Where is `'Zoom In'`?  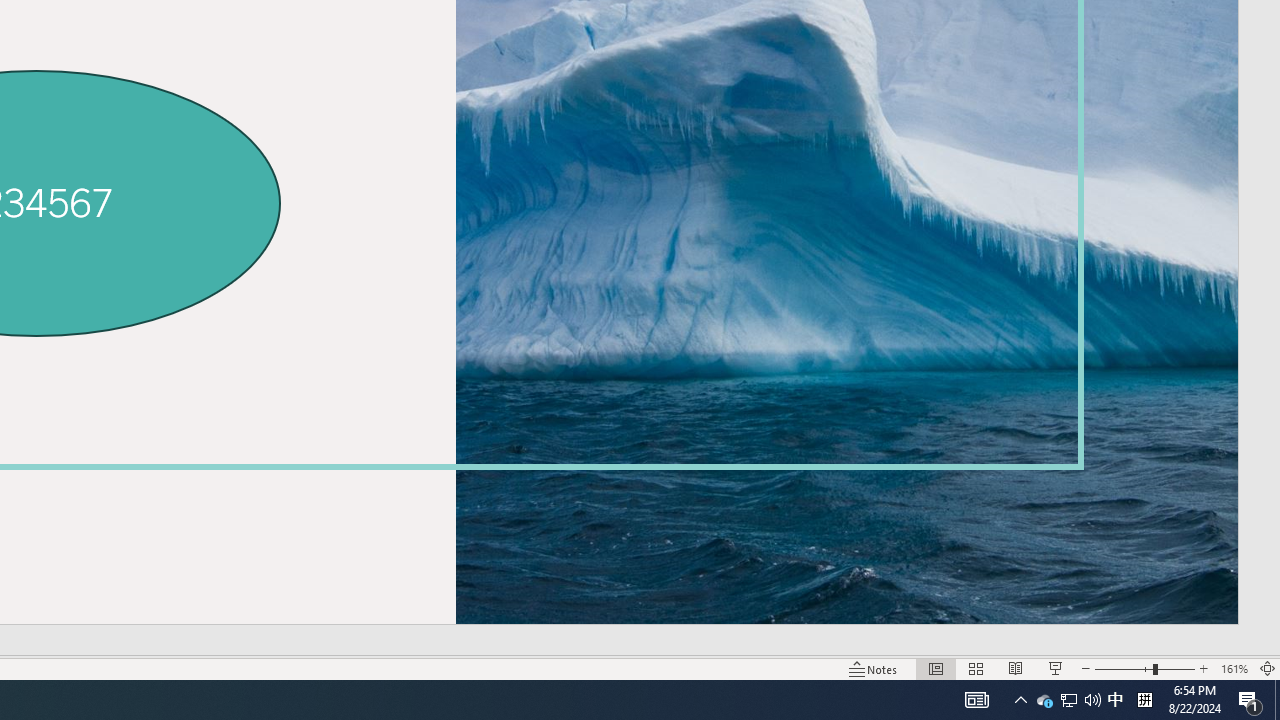
'Zoom In' is located at coordinates (1203, 669).